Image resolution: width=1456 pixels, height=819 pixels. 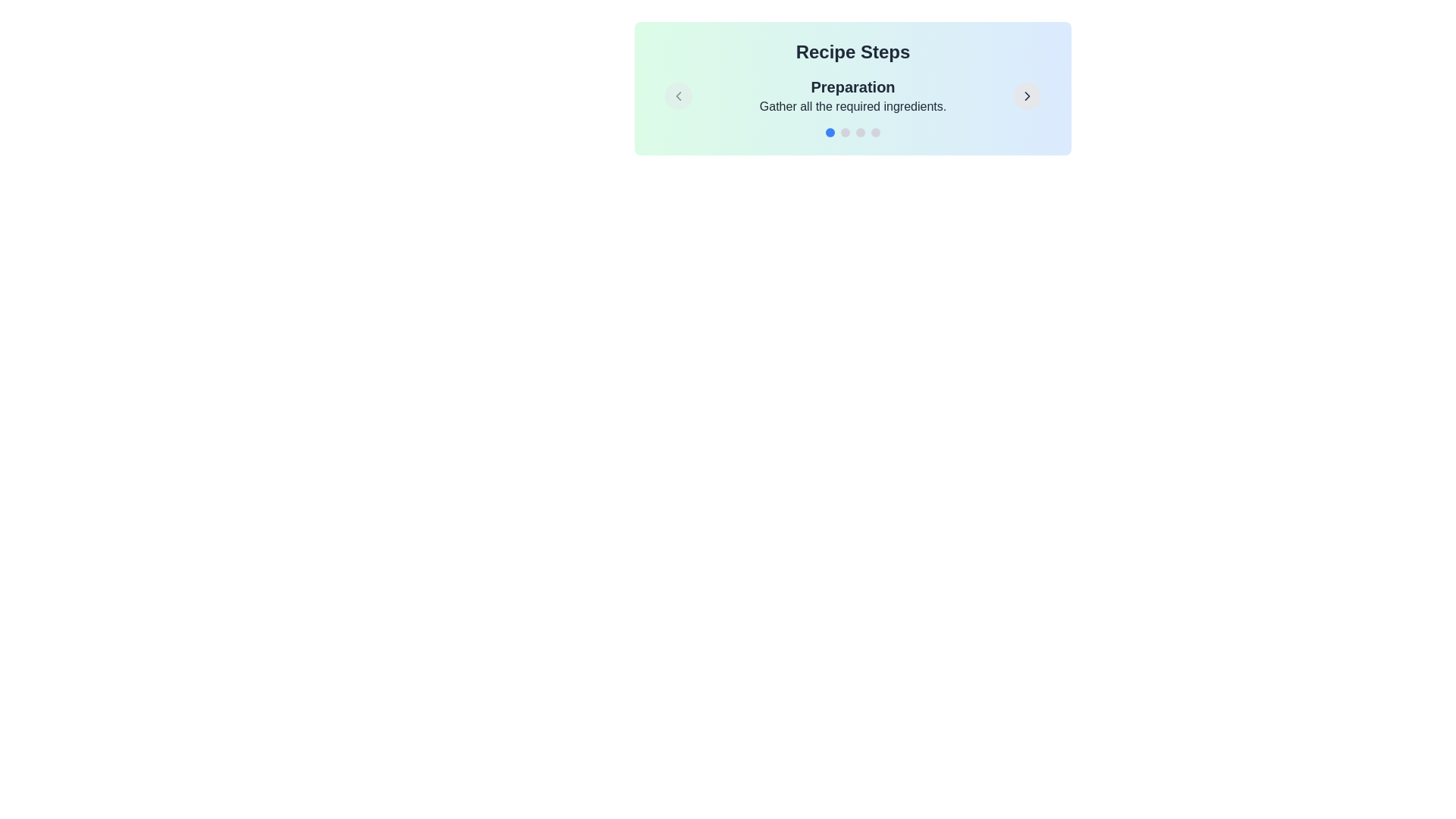 I want to click on the forward navigation button, which is a right-pointing arrow located within a circular button on the right side of the 'Recipe Steps' card, so click(x=1027, y=96).